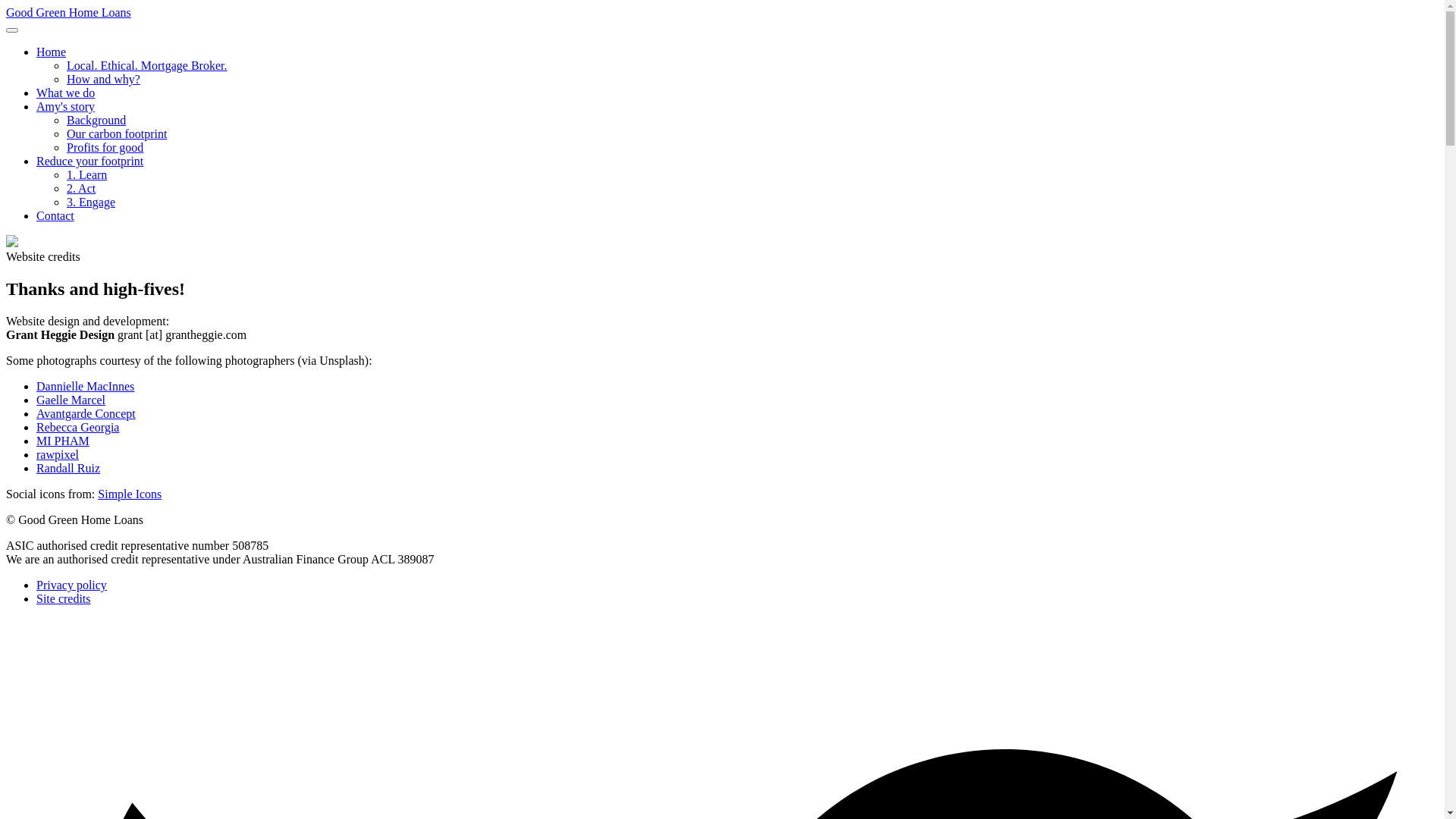  Describe the element at coordinates (65, 64) in the screenshot. I see `'Local. Ethical. Mortgage Broker.'` at that location.